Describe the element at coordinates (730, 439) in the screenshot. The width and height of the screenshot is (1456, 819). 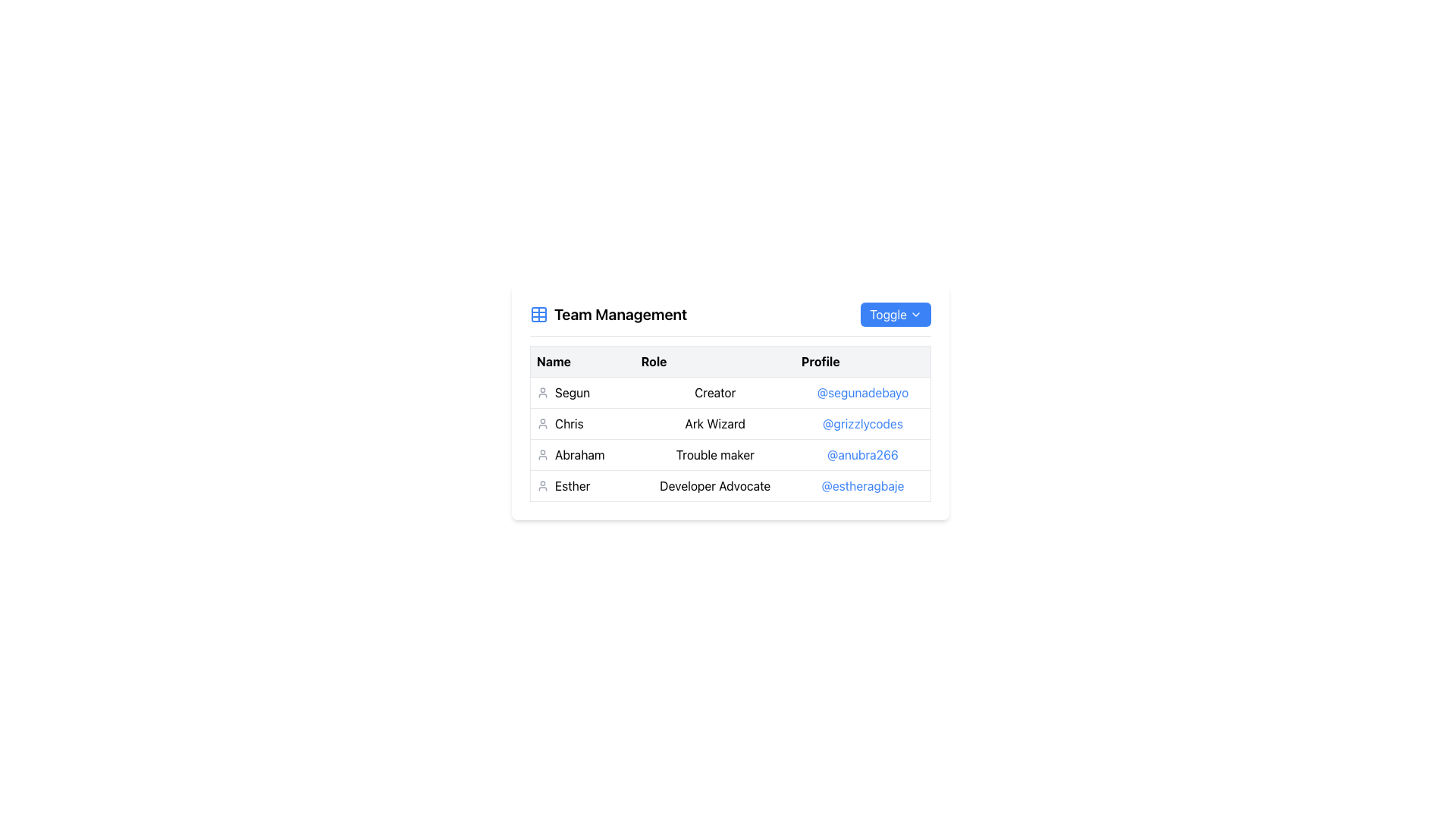
I see `the profile link in the second row of the data table` at that location.